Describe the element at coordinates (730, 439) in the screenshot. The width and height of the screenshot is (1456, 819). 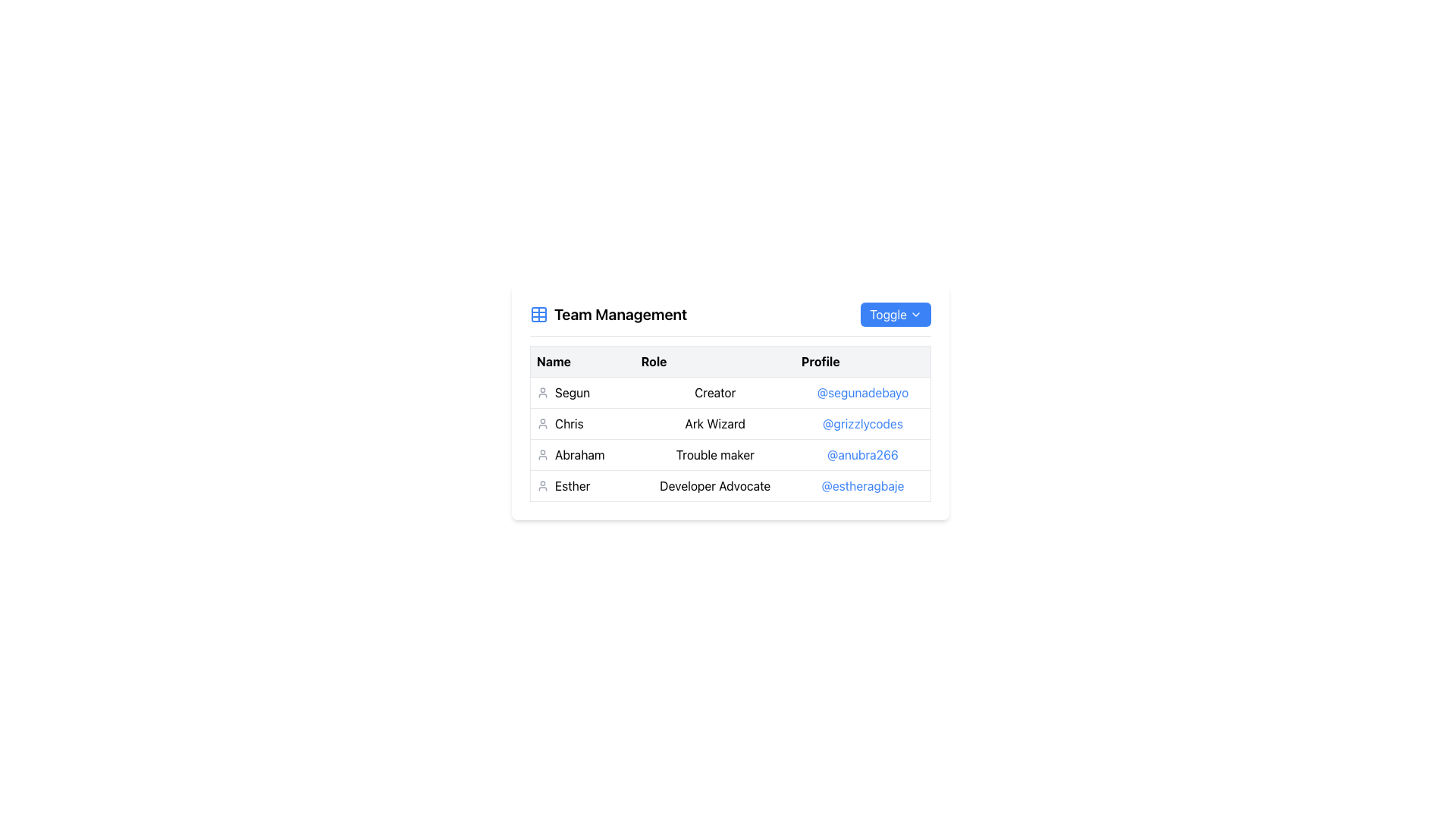
I see `the profile link in the second row of the data table` at that location.